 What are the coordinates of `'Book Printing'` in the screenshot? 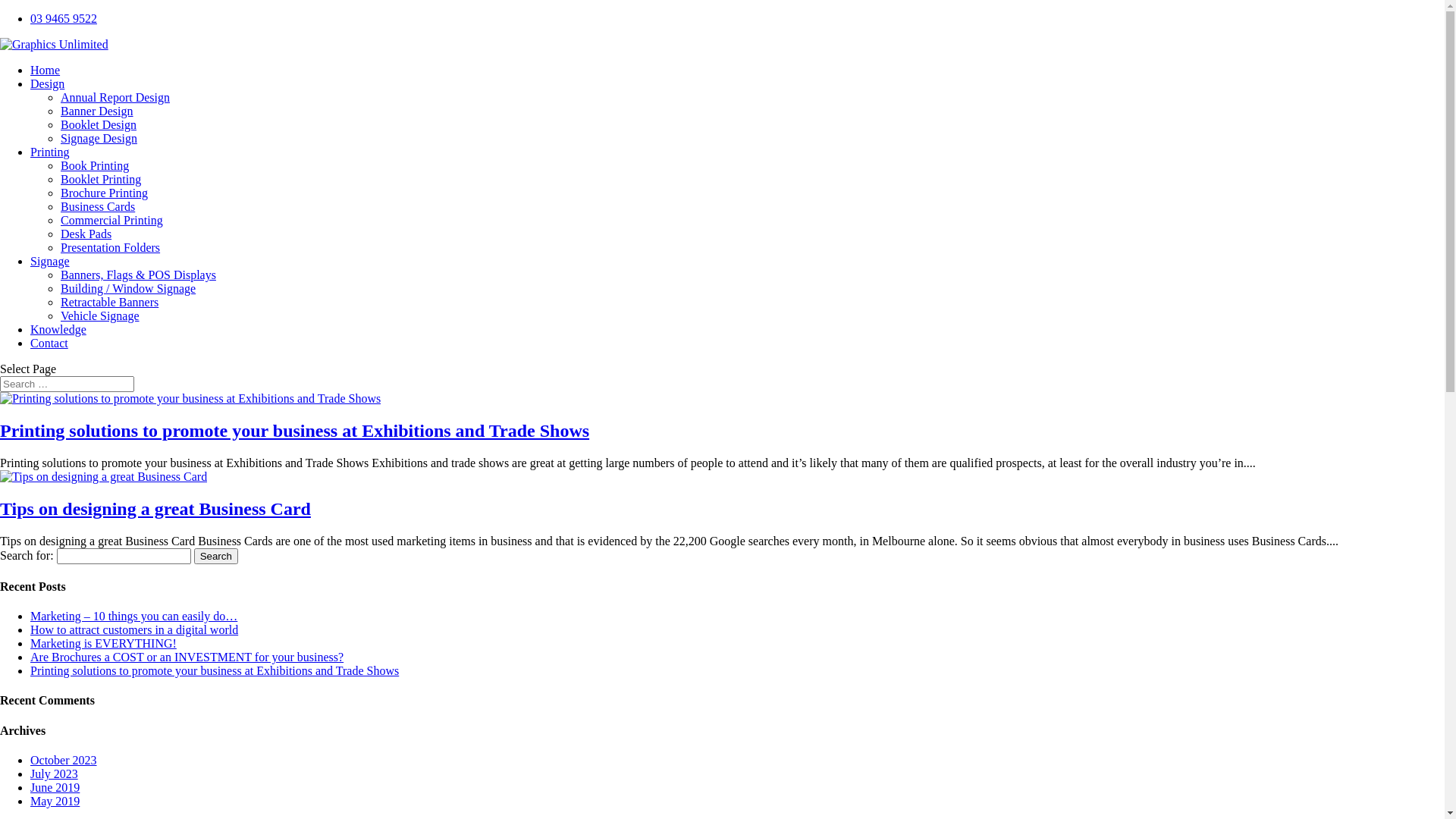 It's located at (93, 165).